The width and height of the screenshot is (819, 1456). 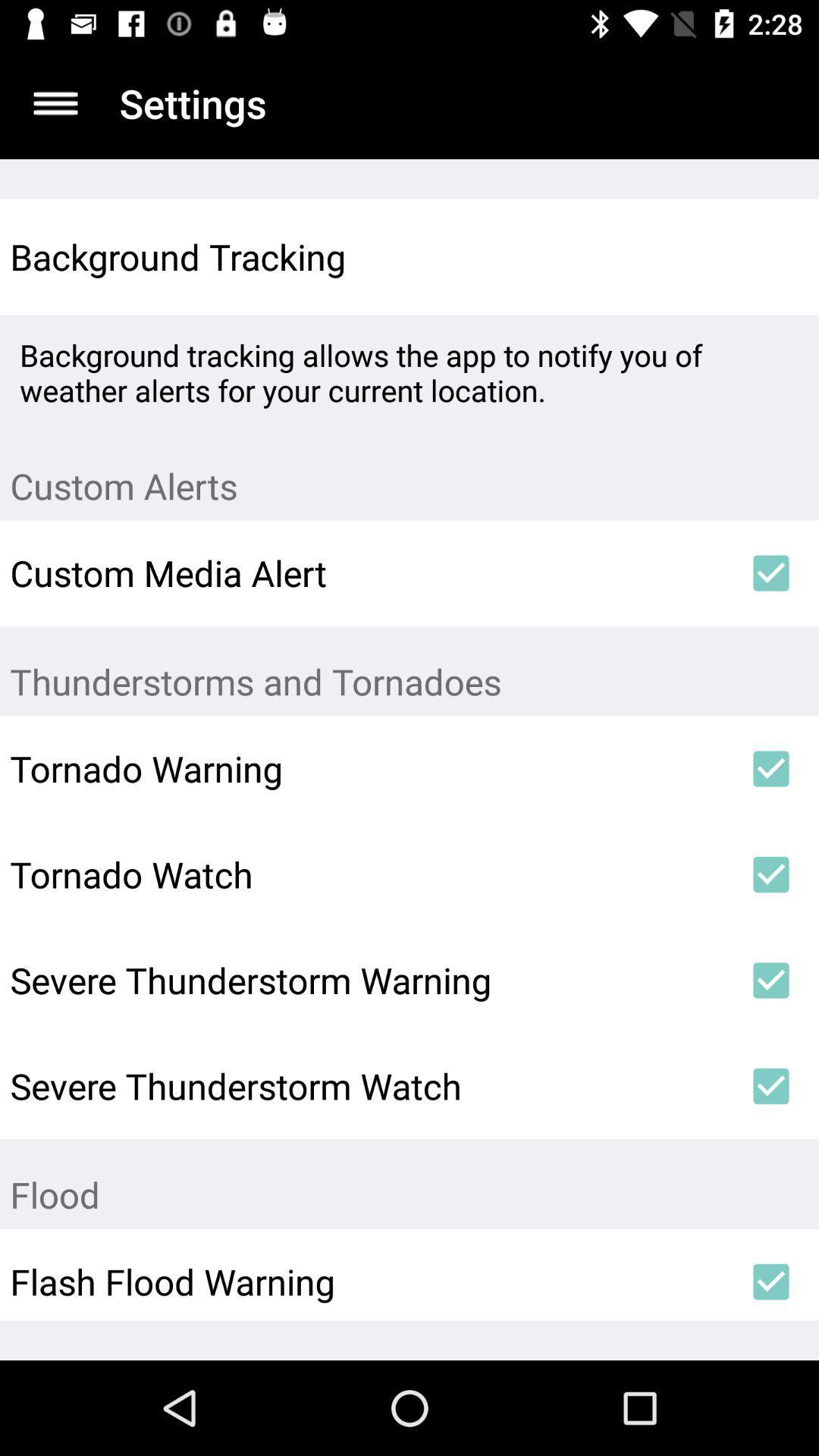 What do you see at coordinates (771, 1281) in the screenshot?
I see `the checkbox on the bottom right corner of the web page` at bounding box center [771, 1281].